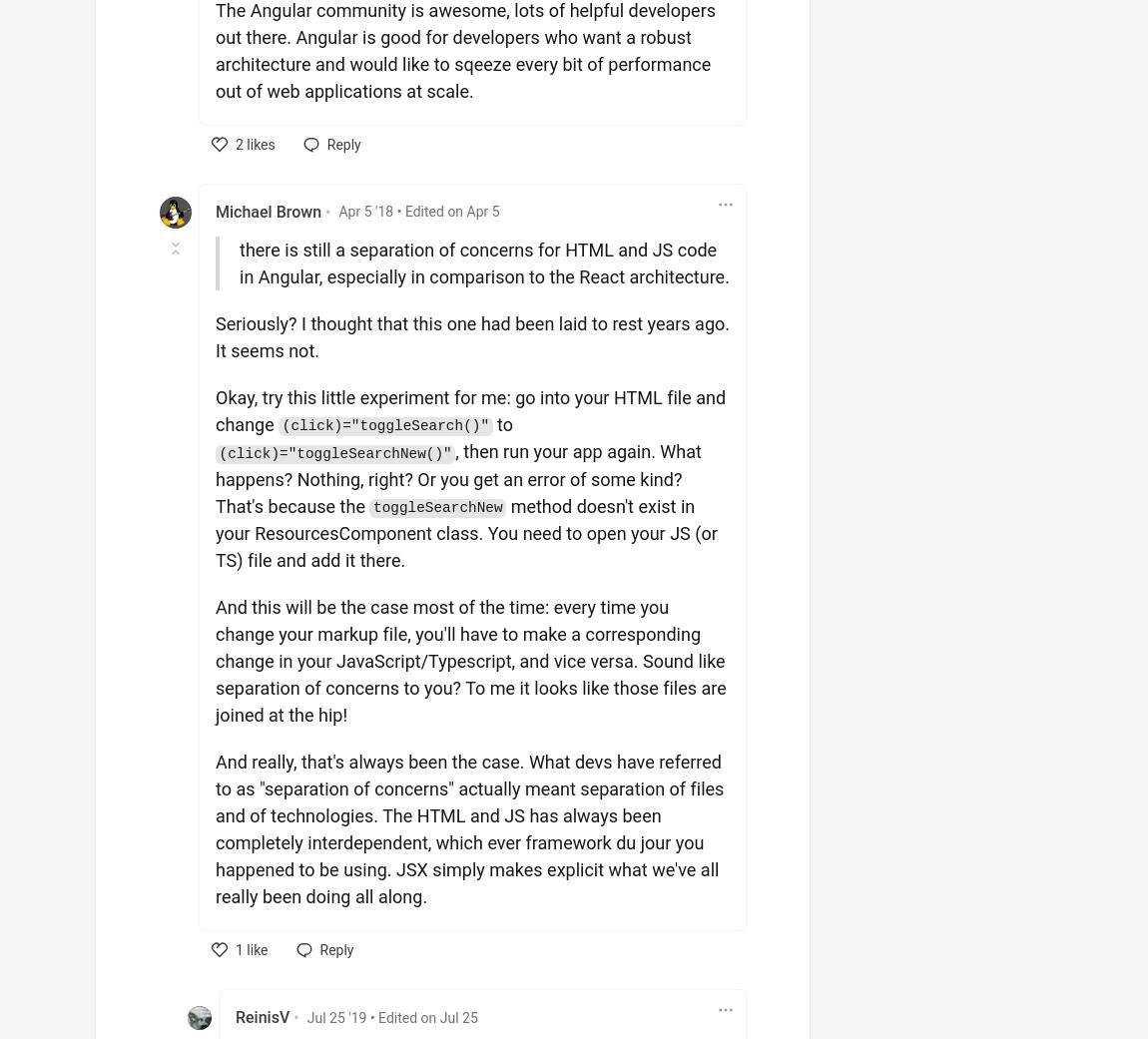 The height and width of the screenshot is (1039, 1148). Describe the element at coordinates (365, 211) in the screenshot. I see `'Apr 5 '18'` at that location.